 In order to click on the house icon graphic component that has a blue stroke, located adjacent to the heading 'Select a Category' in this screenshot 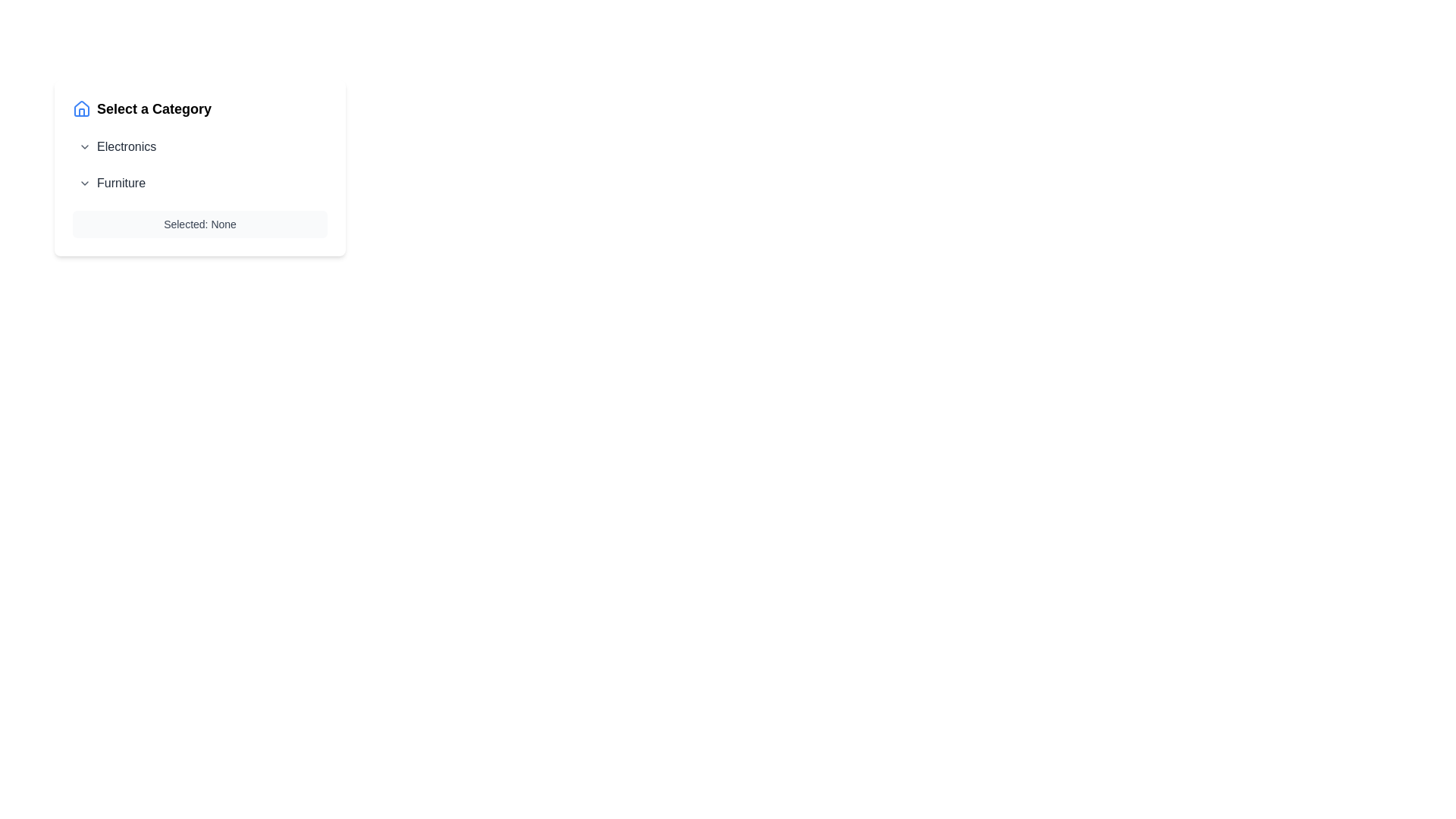, I will do `click(81, 108)`.